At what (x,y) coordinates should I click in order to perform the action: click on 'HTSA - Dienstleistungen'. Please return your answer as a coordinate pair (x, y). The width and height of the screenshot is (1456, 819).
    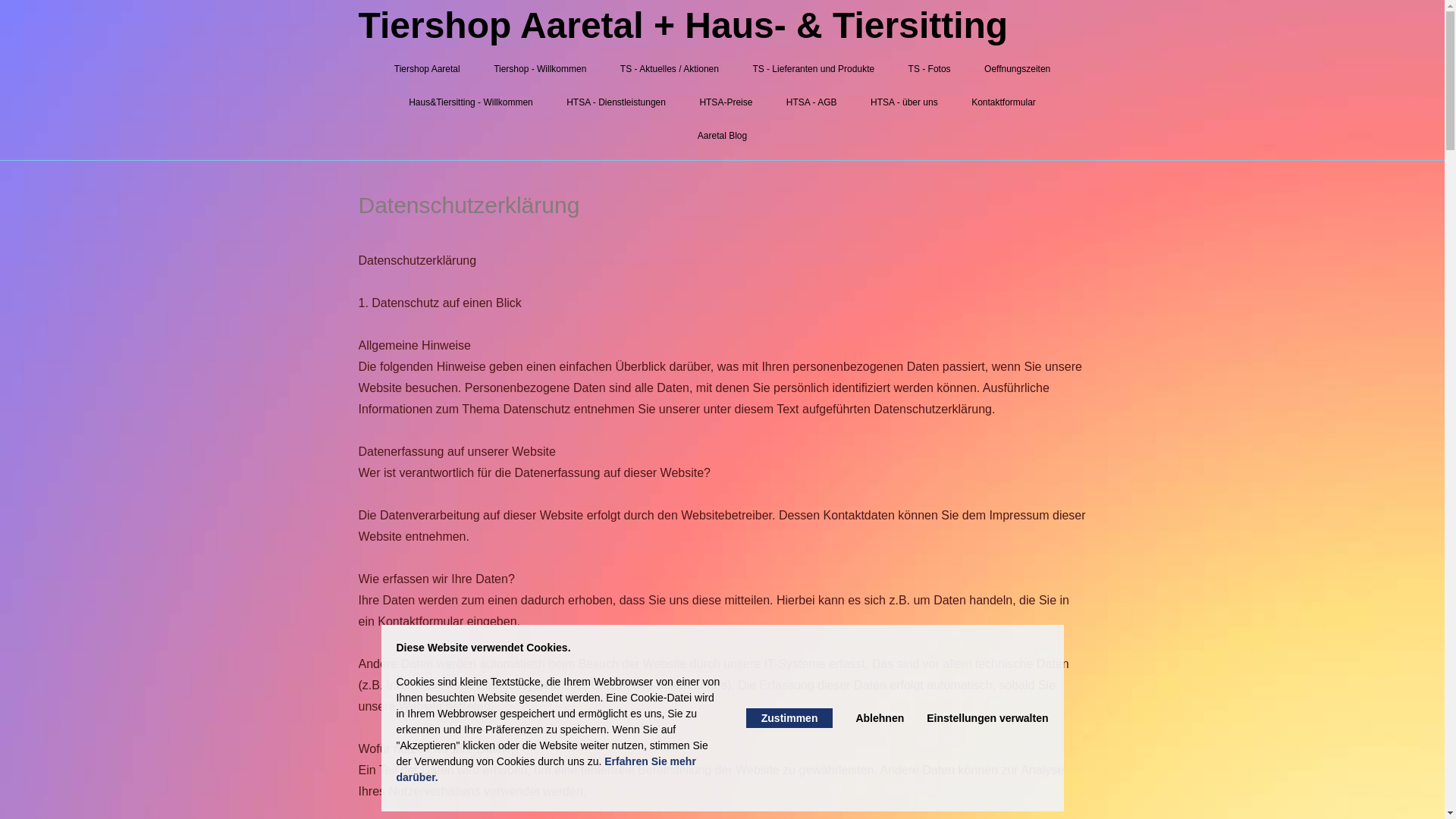
    Looking at the image, I should click on (616, 102).